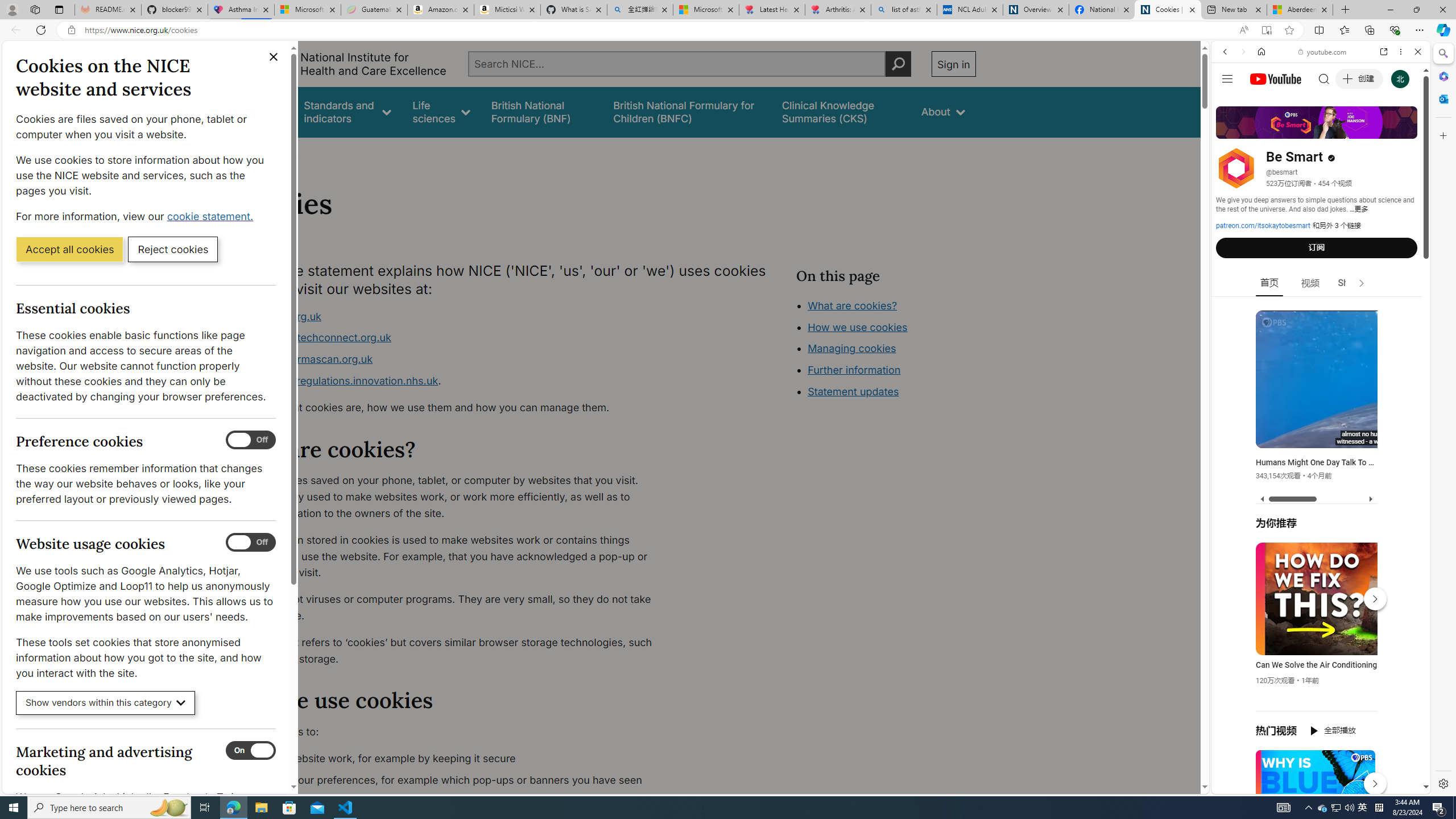 The width and height of the screenshot is (1456, 819). I want to click on 'Search the web', so click(1326, 78).